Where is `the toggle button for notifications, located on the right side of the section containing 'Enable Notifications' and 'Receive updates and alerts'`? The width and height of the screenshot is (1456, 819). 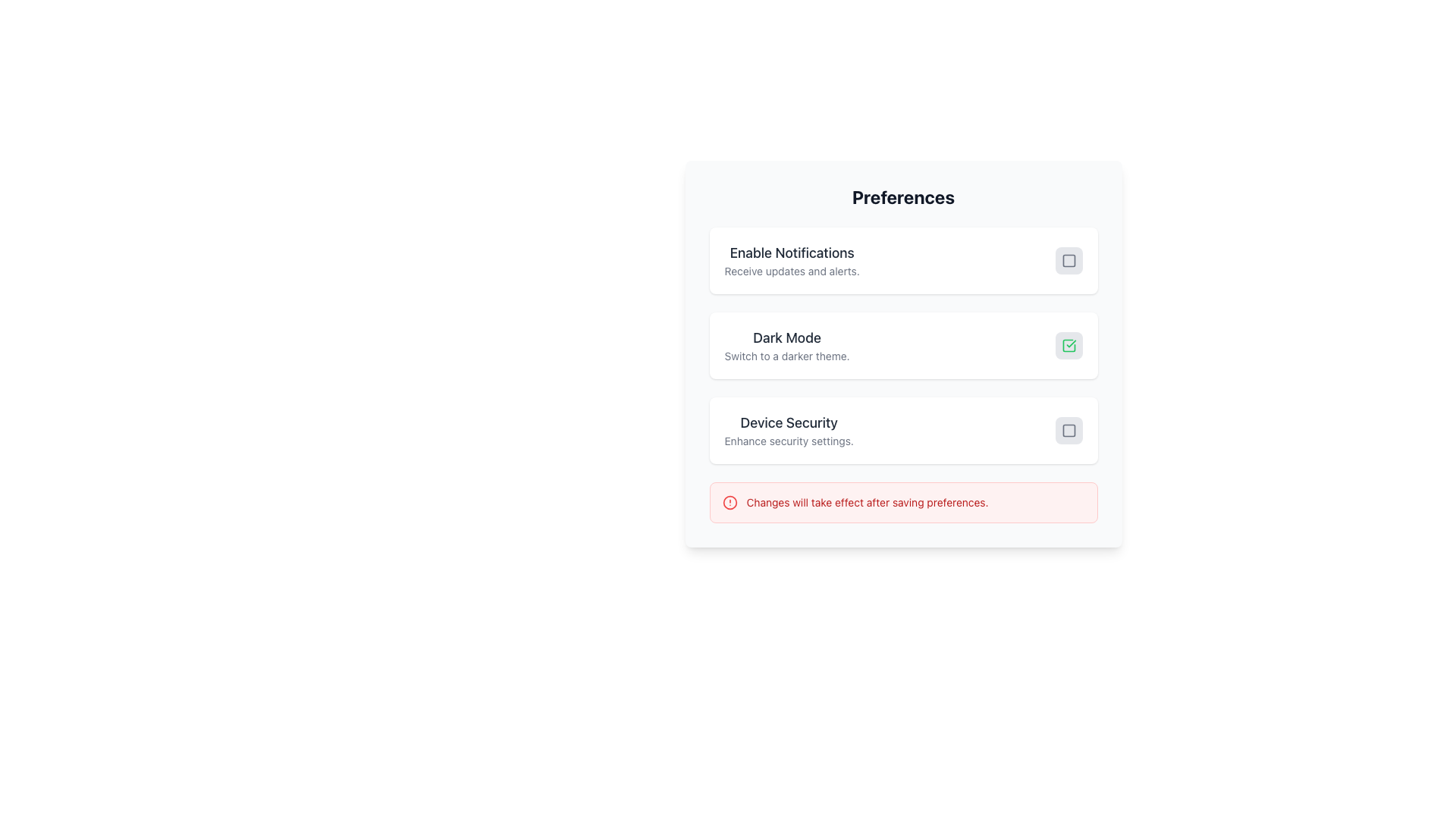
the toggle button for notifications, located on the right side of the section containing 'Enable Notifications' and 'Receive updates and alerts' is located at coordinates (1068, 259).